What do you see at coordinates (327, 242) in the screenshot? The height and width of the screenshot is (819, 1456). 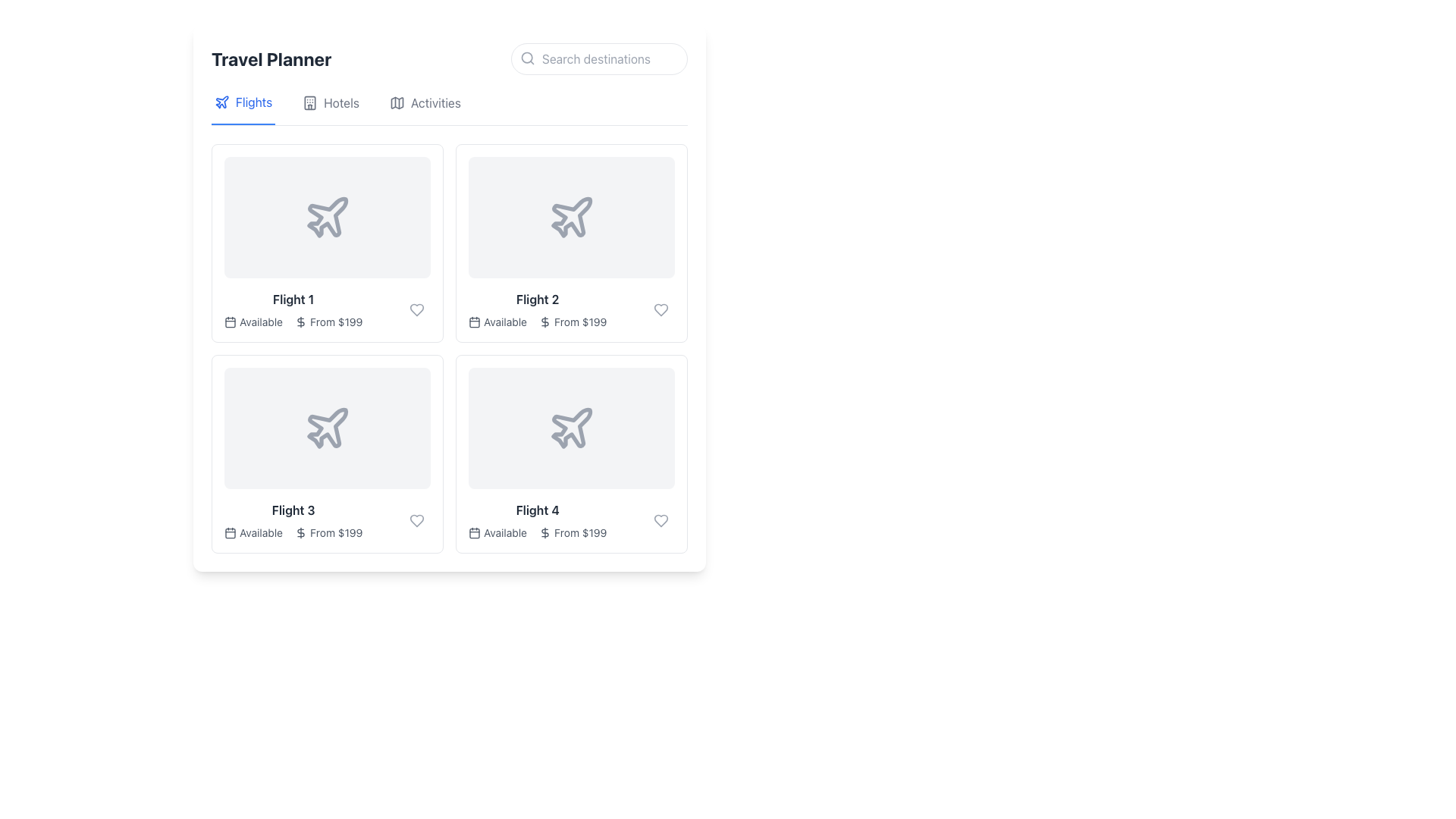 I see `the availability and pricing card for 'Flight 1', which is located in the first column of the first row of the grid layout, below the 'Travel Planner' header` at bounding box center [327, 242].